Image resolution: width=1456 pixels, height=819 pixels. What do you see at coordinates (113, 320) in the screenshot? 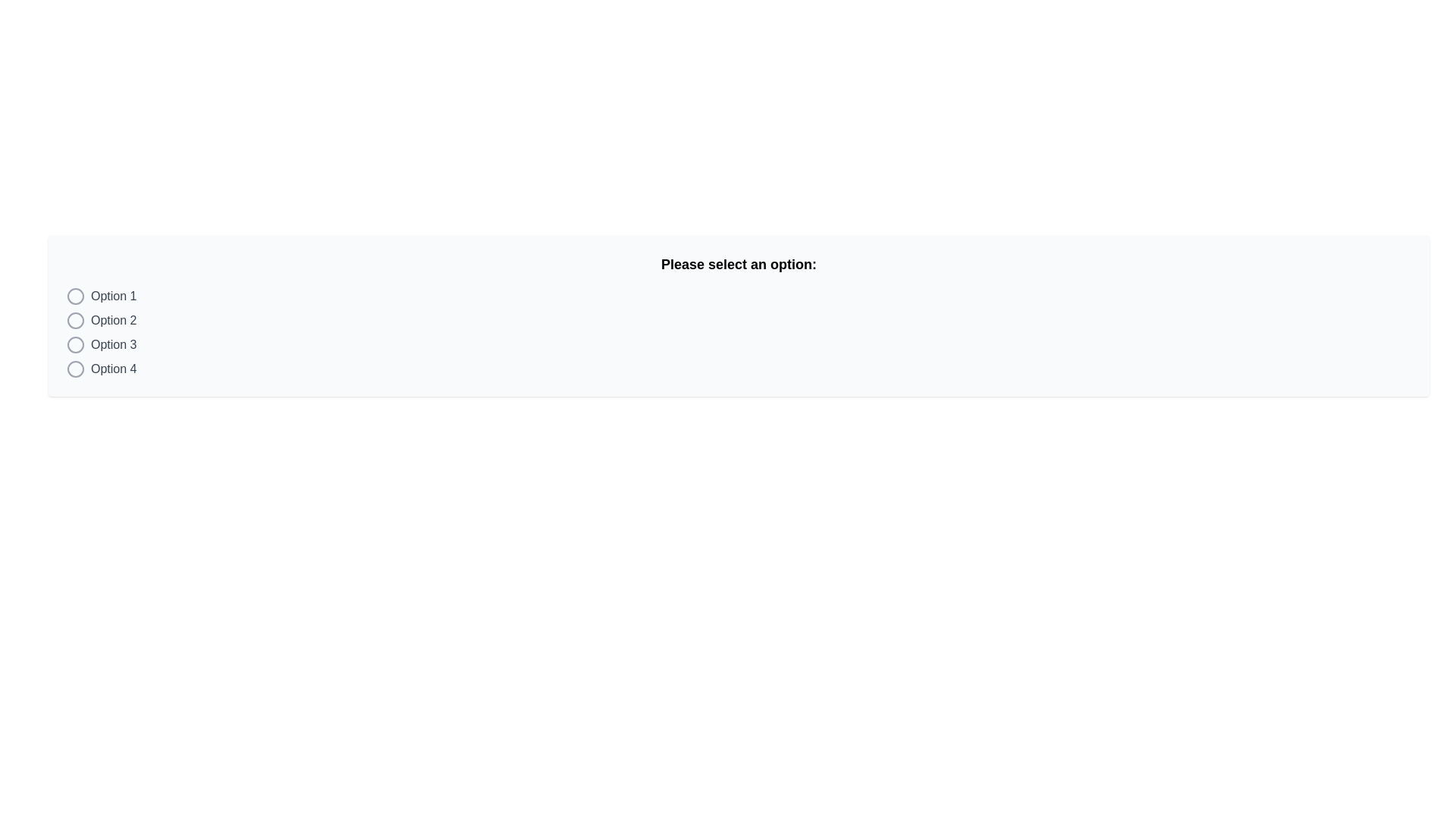
I see `the text label 'Option 2', which is styled in gray and located to the right of the circular radio button for the second option in the vertical list of radio buttons` at bounding box center [113, 320].